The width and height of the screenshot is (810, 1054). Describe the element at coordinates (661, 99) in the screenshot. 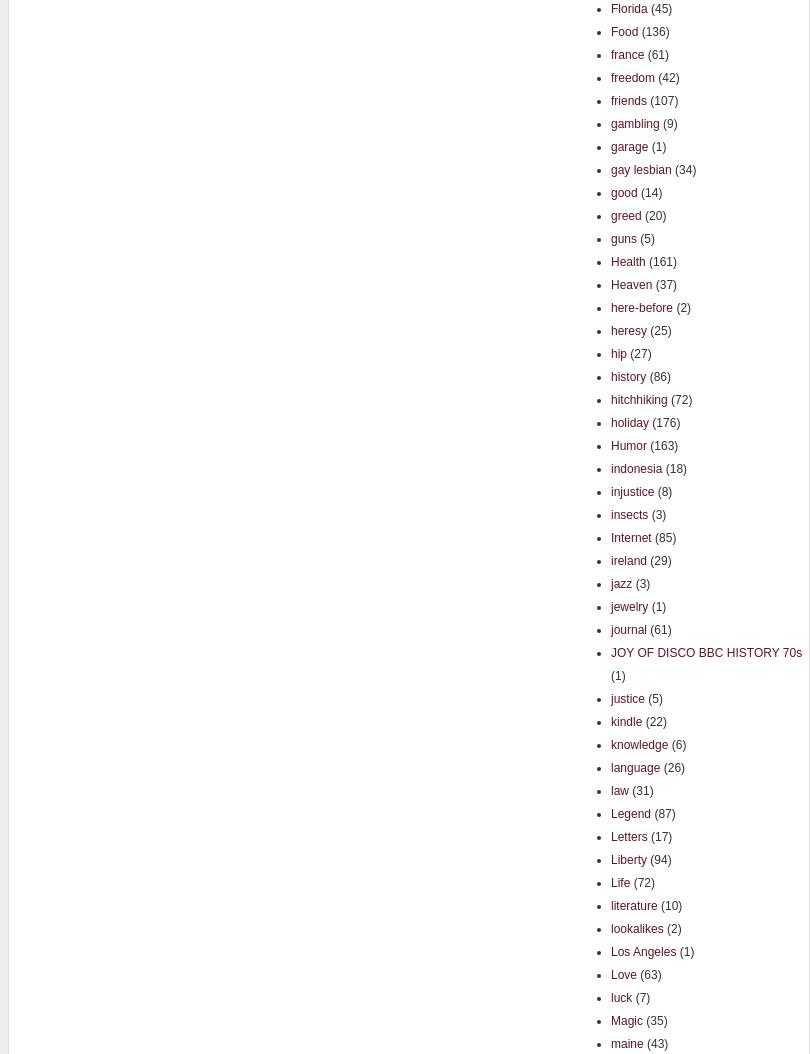

I see `'(107)'` at that location.